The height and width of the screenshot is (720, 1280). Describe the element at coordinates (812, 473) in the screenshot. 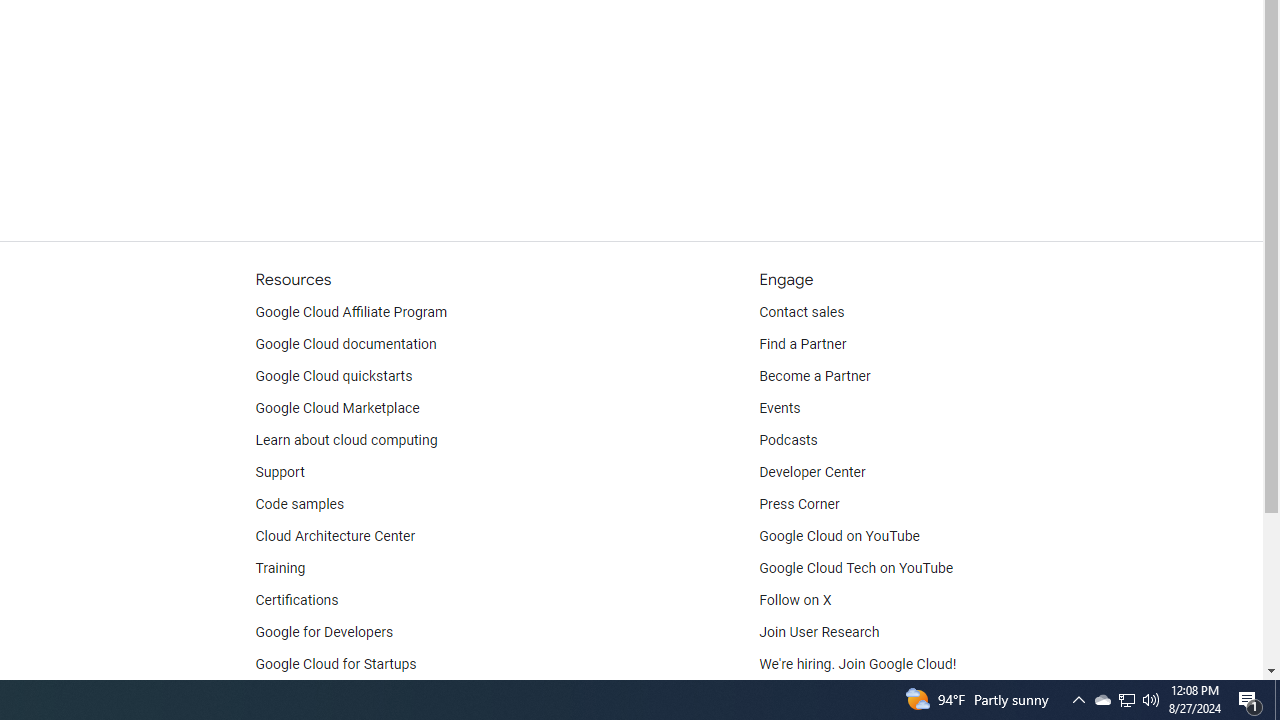

I see `'Developer Center'` at that location.